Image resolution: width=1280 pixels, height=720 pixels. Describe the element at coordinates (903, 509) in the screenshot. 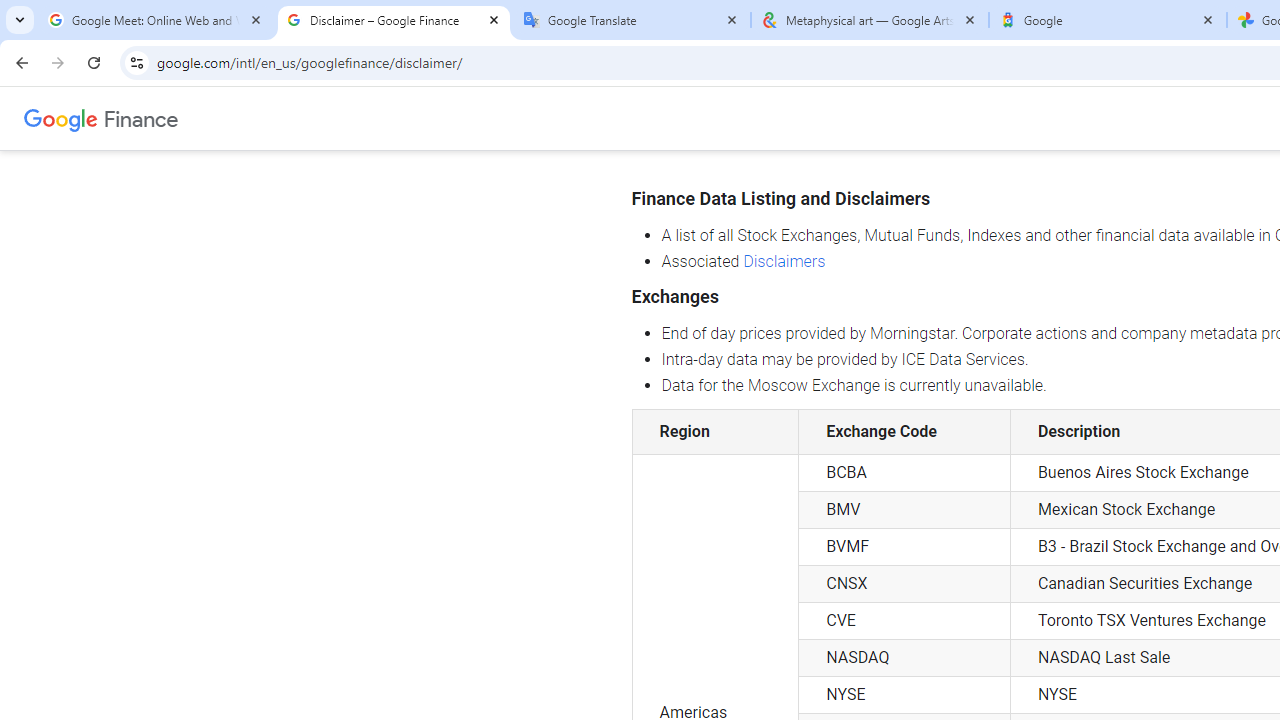

I see `'BMV'` at that location.